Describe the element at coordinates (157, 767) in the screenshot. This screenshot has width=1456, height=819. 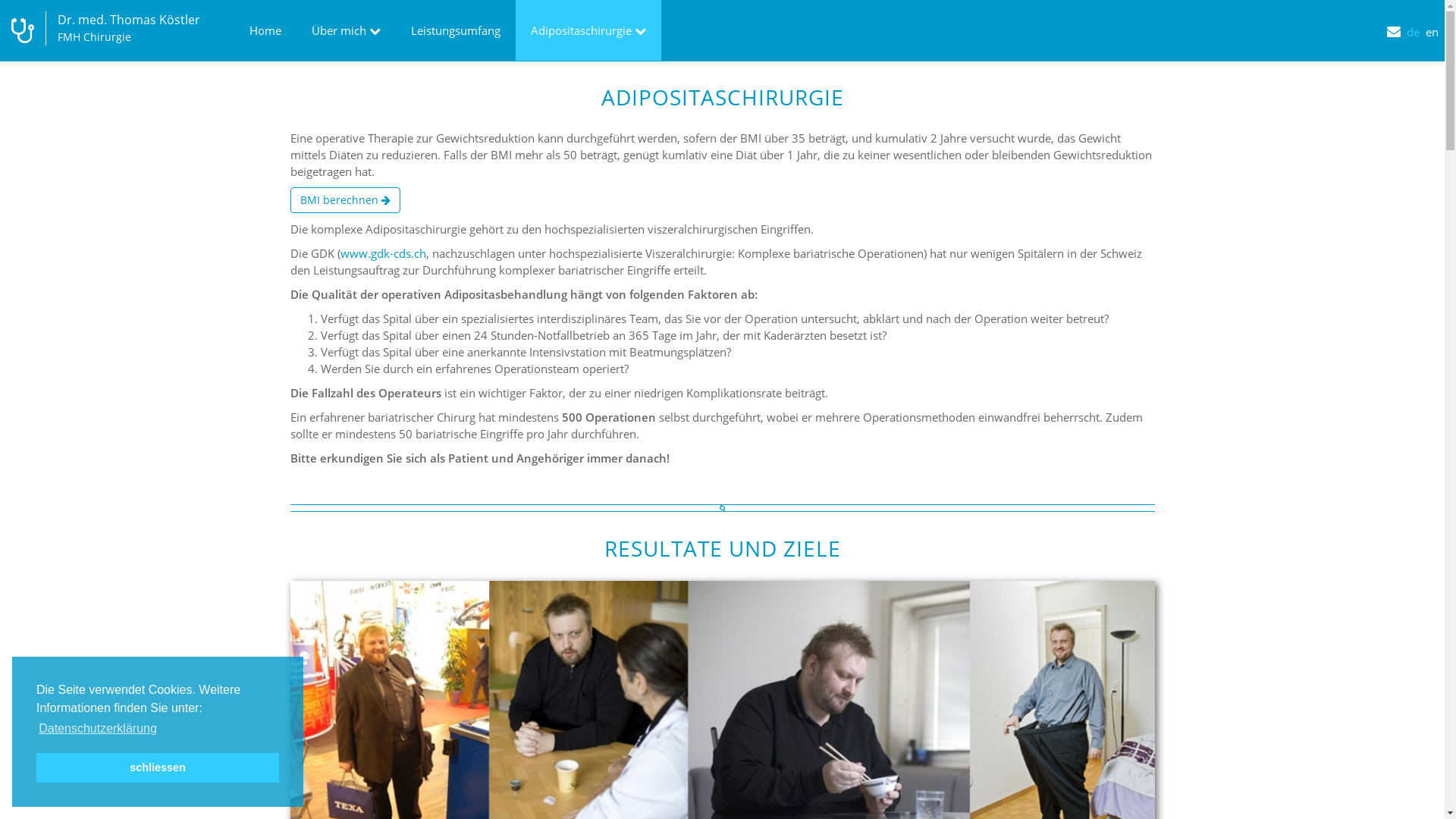
I see `'schliessen'` at that location.